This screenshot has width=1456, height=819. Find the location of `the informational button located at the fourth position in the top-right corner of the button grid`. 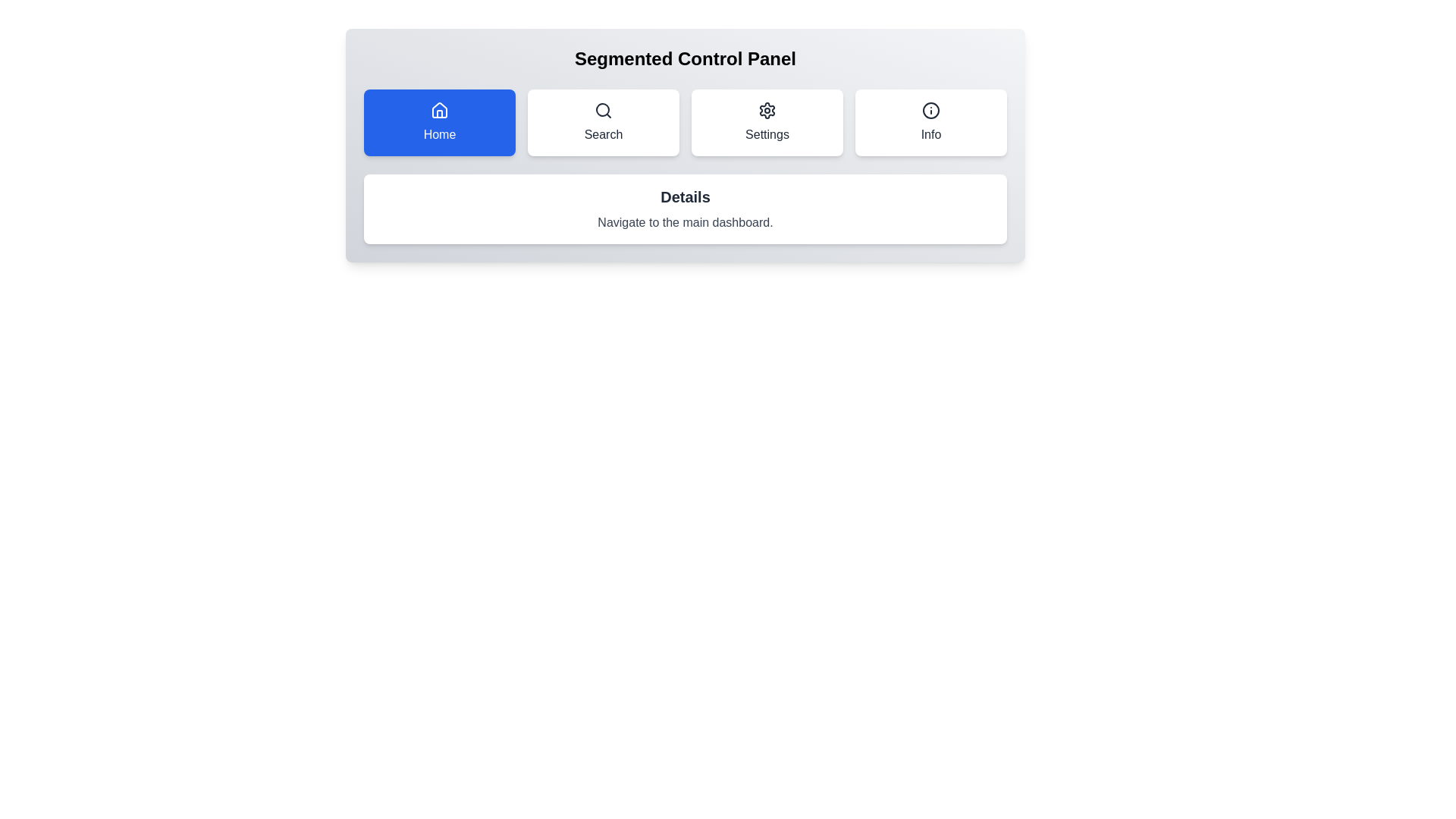

the informational button located at the fourth position in the top-right corner of the button grid is located at coordinates (930, 122).